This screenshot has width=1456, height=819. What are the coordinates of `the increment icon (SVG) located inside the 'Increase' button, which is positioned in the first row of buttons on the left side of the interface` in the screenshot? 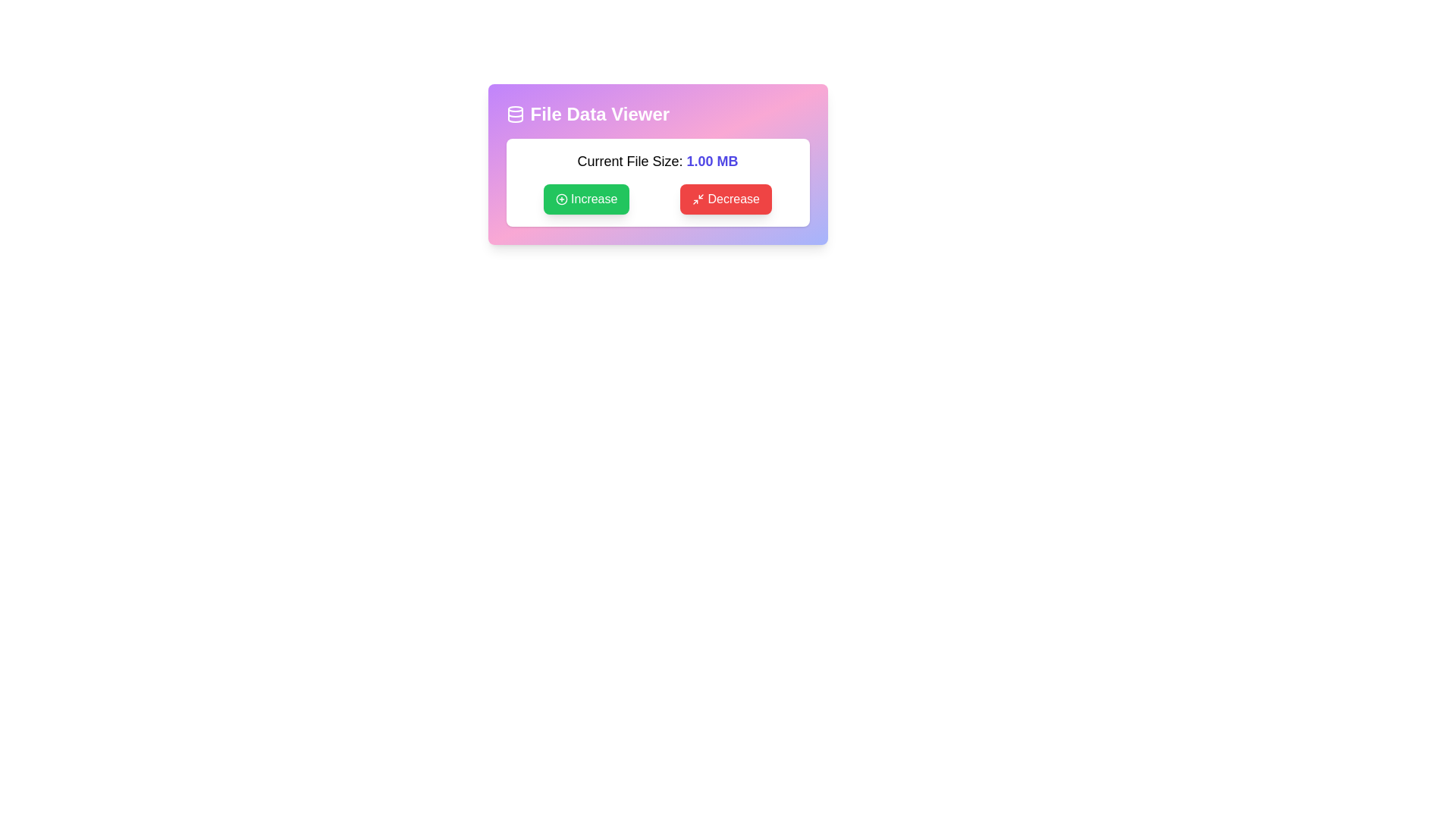 It's located at (561, 198).